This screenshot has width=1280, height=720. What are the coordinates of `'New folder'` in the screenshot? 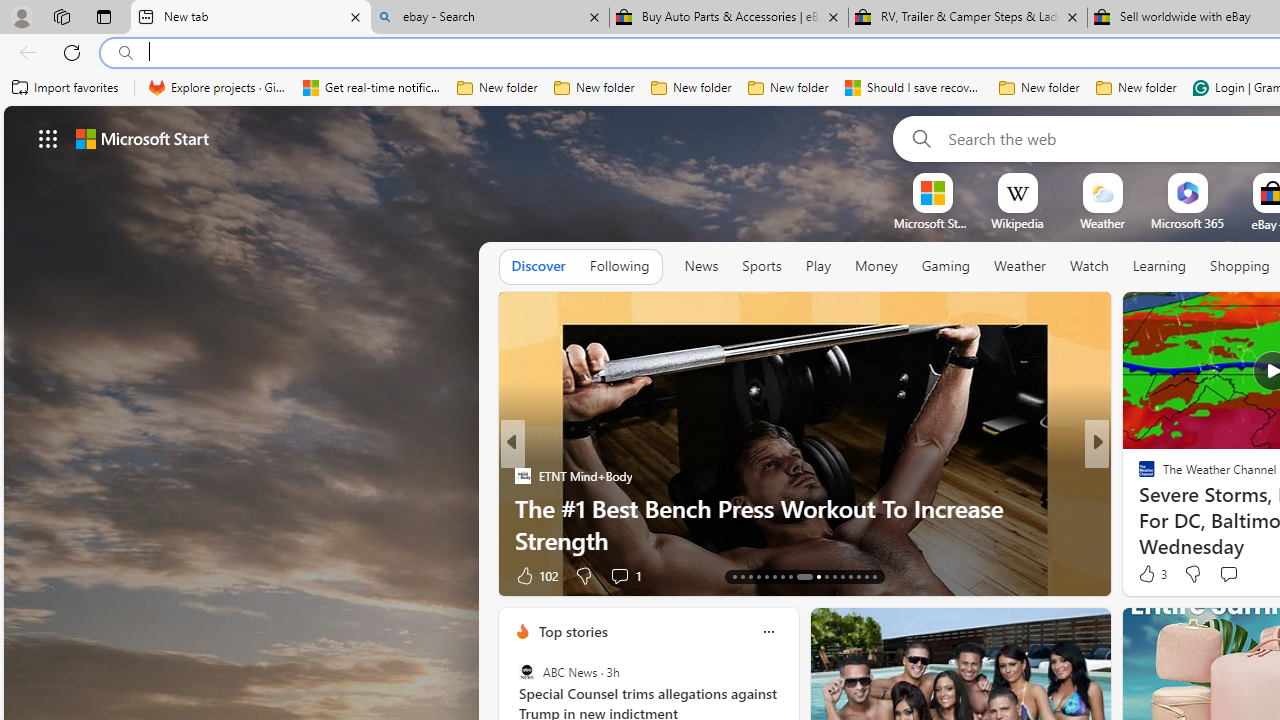 It's located at (1136, 87).